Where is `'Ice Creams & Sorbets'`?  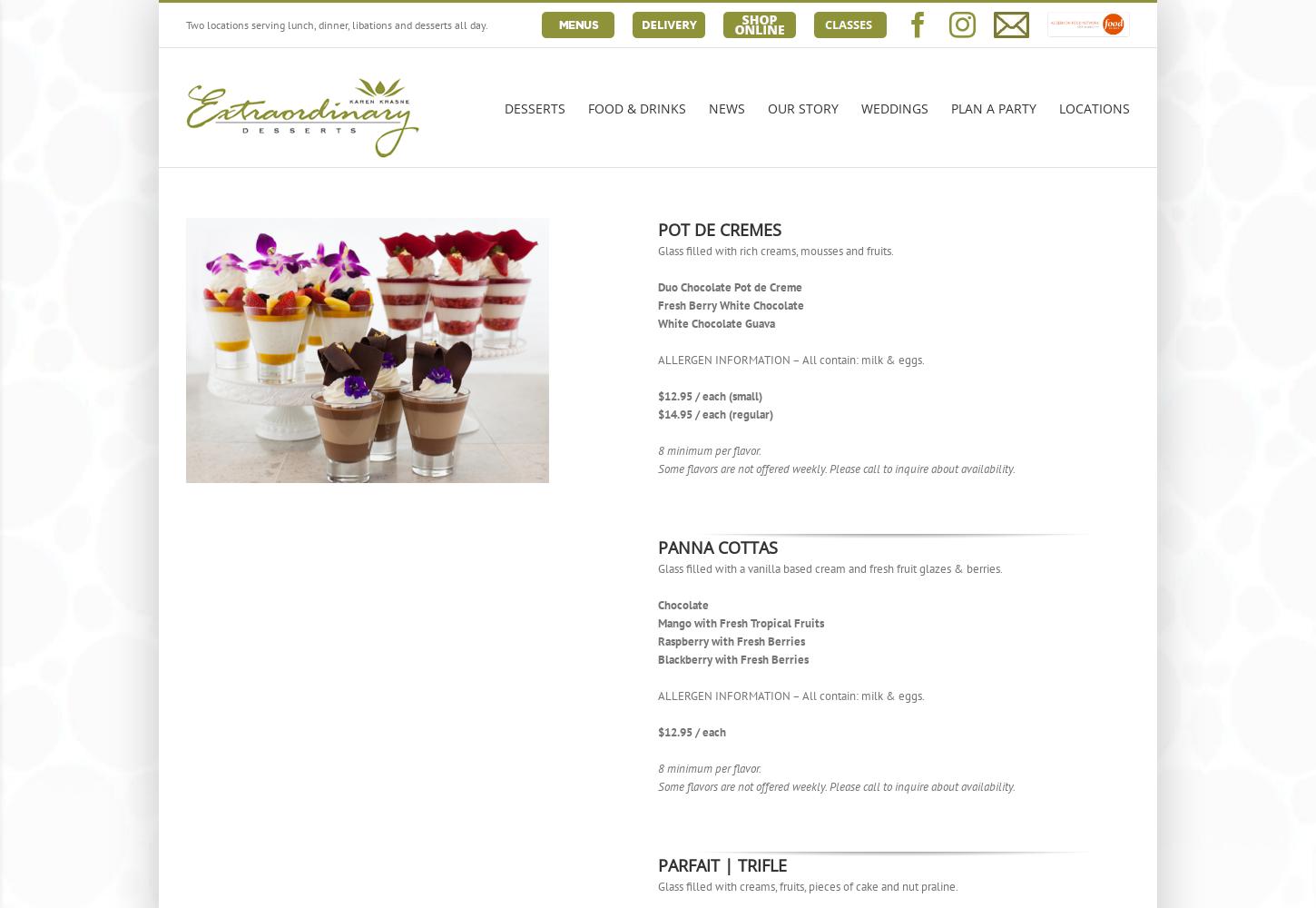
'Ice Creams & Sorbets' is located at coordinates (575, 375).